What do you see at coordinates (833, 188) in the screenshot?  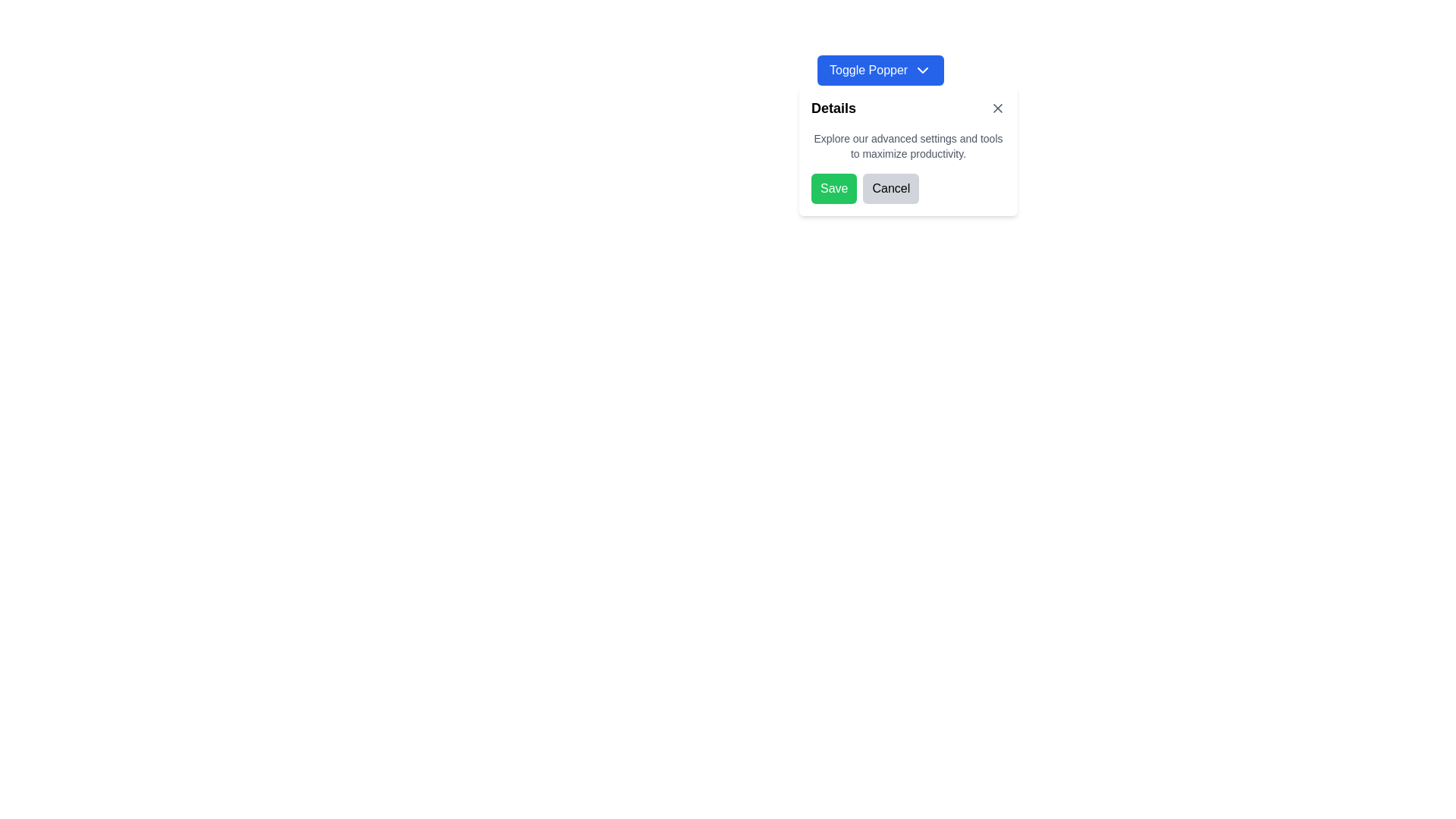 I see `the 'Save' button` at bounding box center [833, 188].